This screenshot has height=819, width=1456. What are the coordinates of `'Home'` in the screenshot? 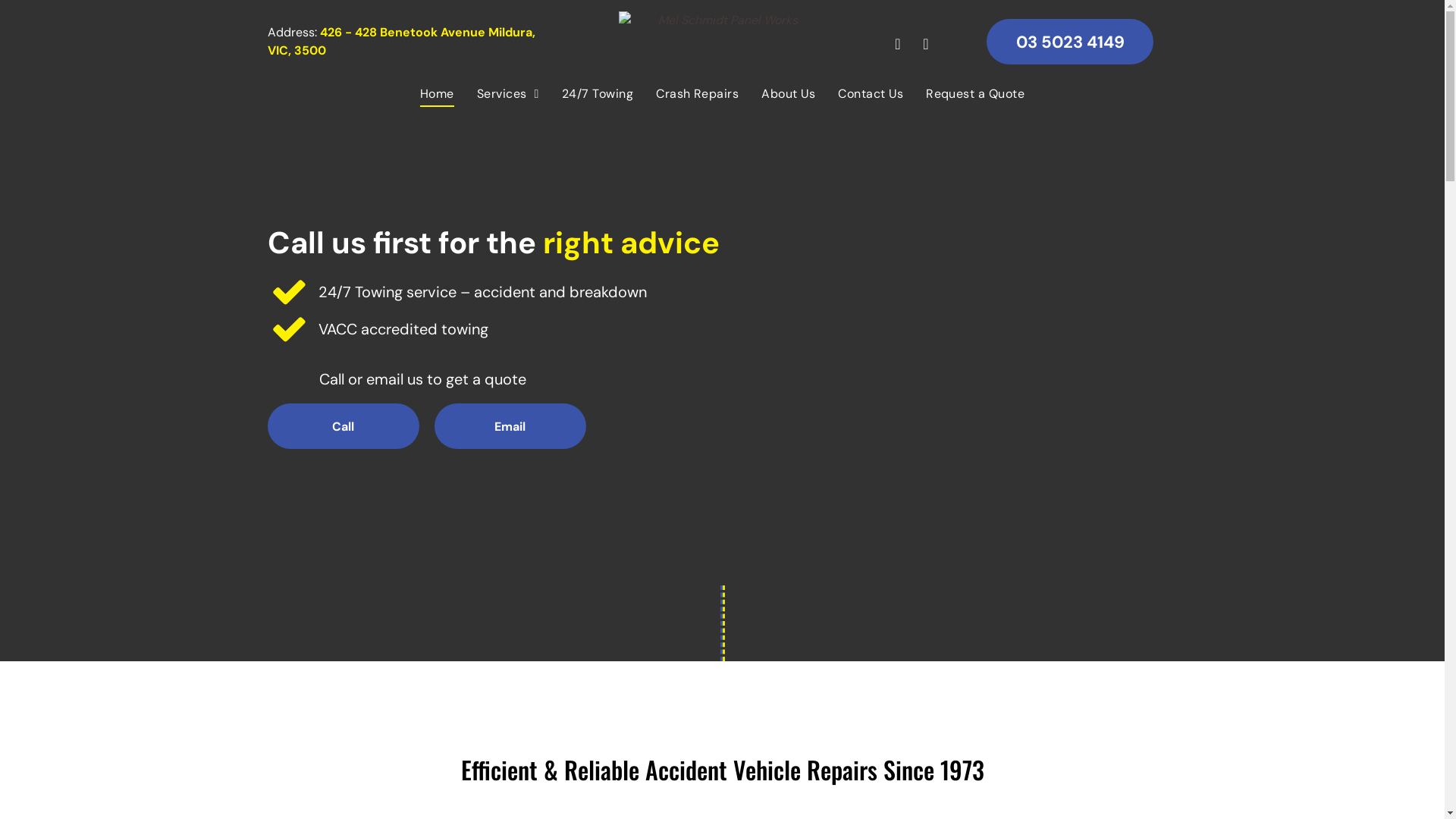 It's located at (408, 93).